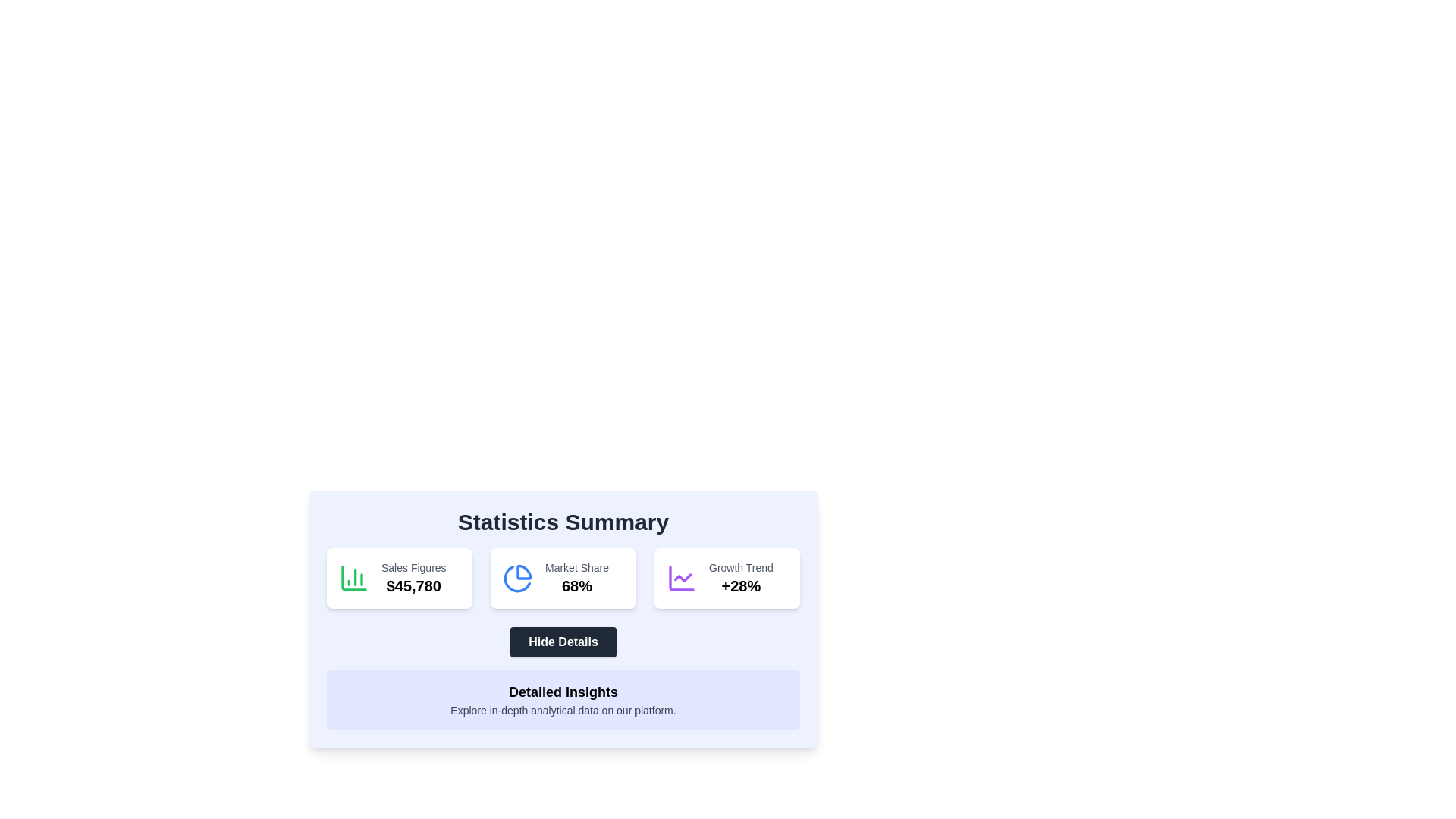 This screenshot has width=1456, height=819. Describe the element at coordinates (576, 579) in the screenshot. I see `displayed data from the 'Market Share' statistical information display, which shows 'Market Share' in a smaller font and '68%' in a bold format, located in the Statistics Summary section` at that location.